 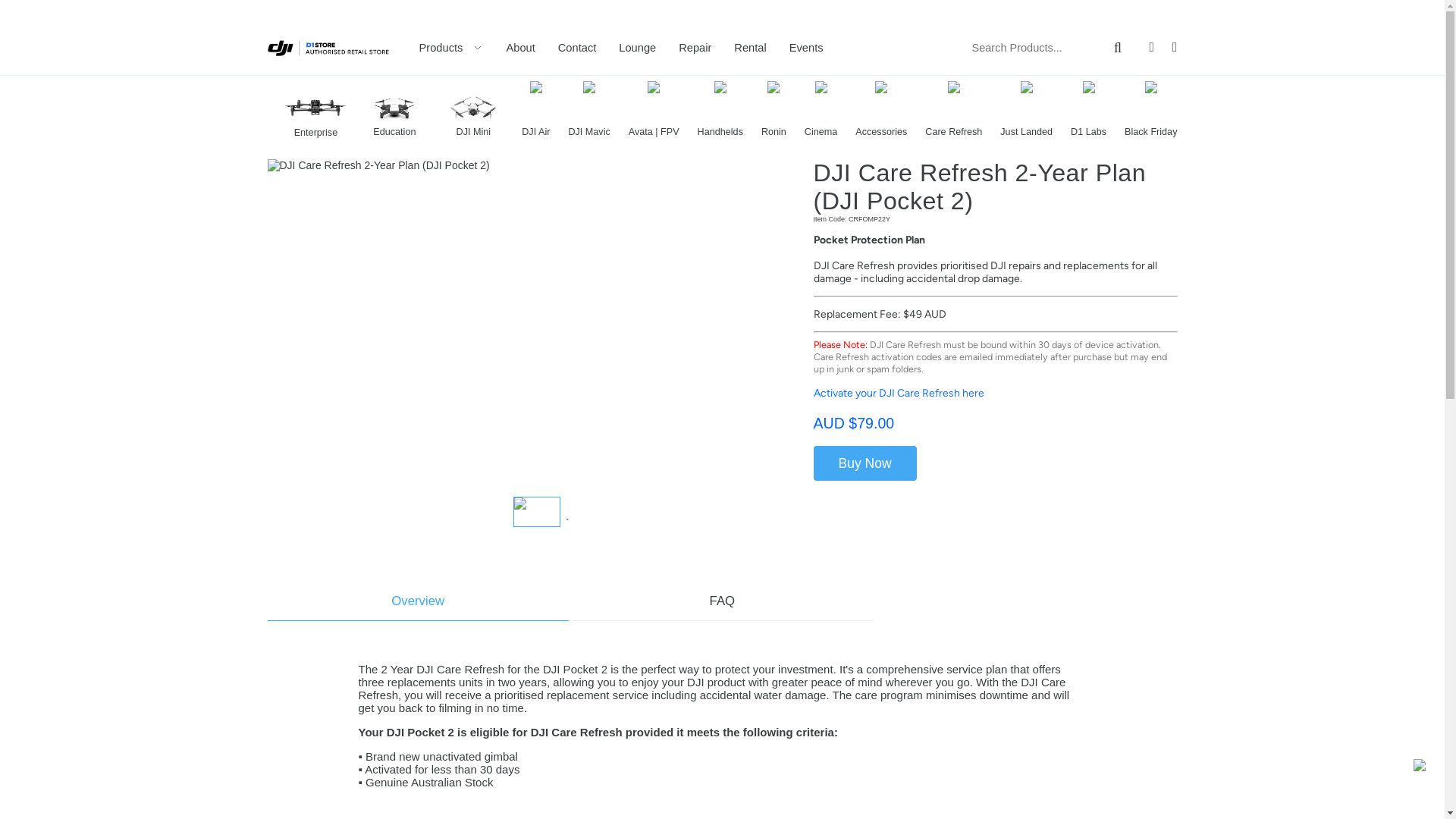 I want to click on 'Buy Now', so click(x=864, y=462).